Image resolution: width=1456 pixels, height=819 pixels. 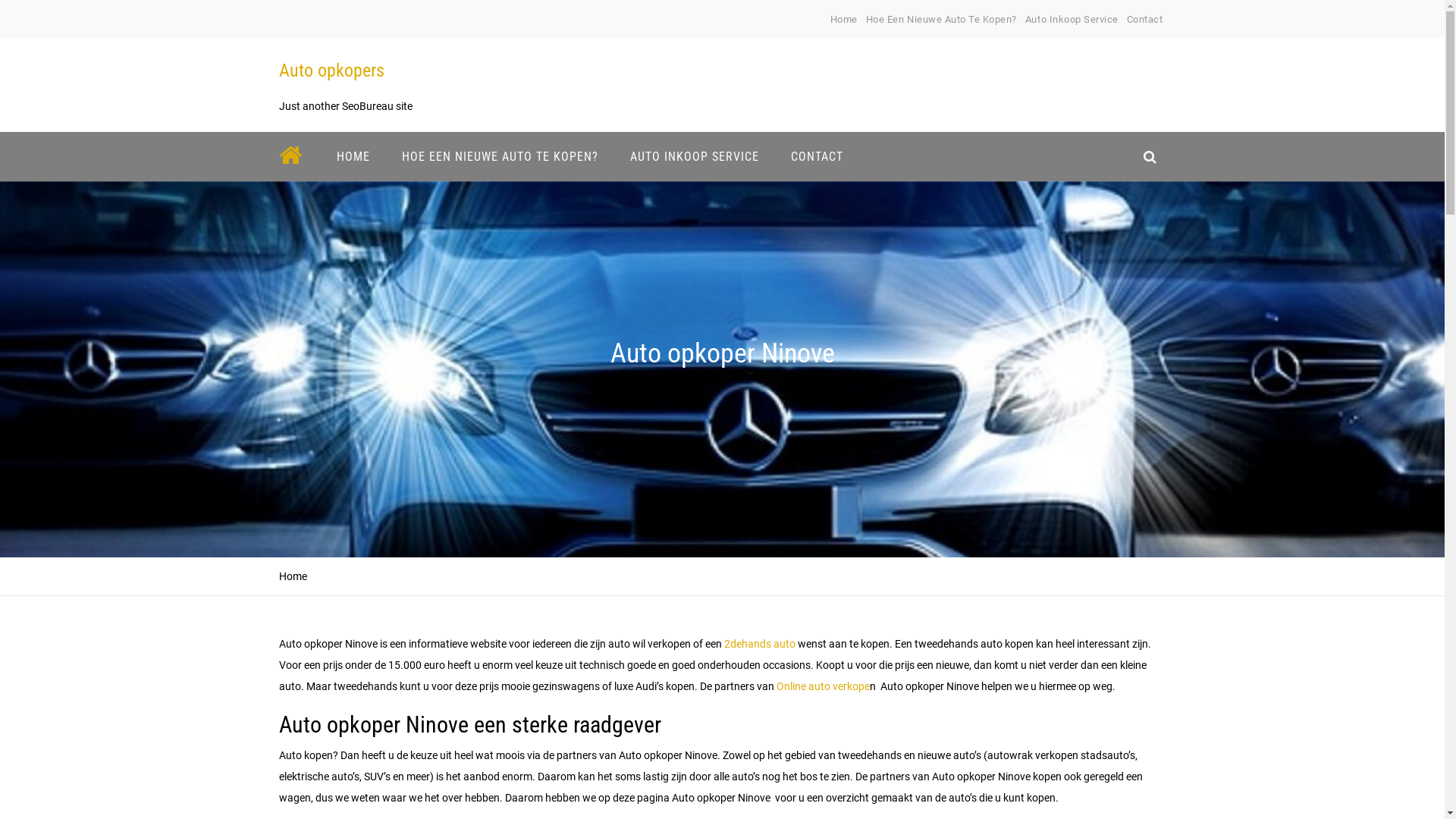 I want to click on 'search_icon', so click(x=1132, y=156).